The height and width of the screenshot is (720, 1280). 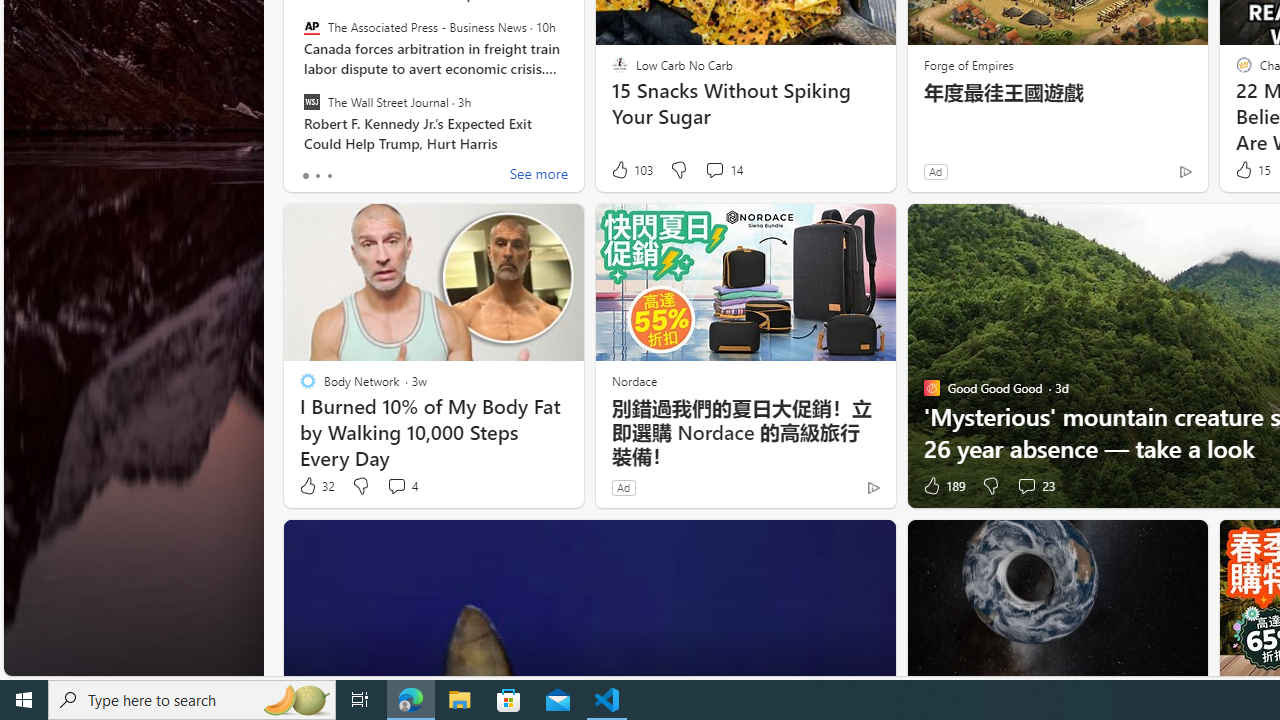 I want to click on '103 Like', so click(x=630, y=169).